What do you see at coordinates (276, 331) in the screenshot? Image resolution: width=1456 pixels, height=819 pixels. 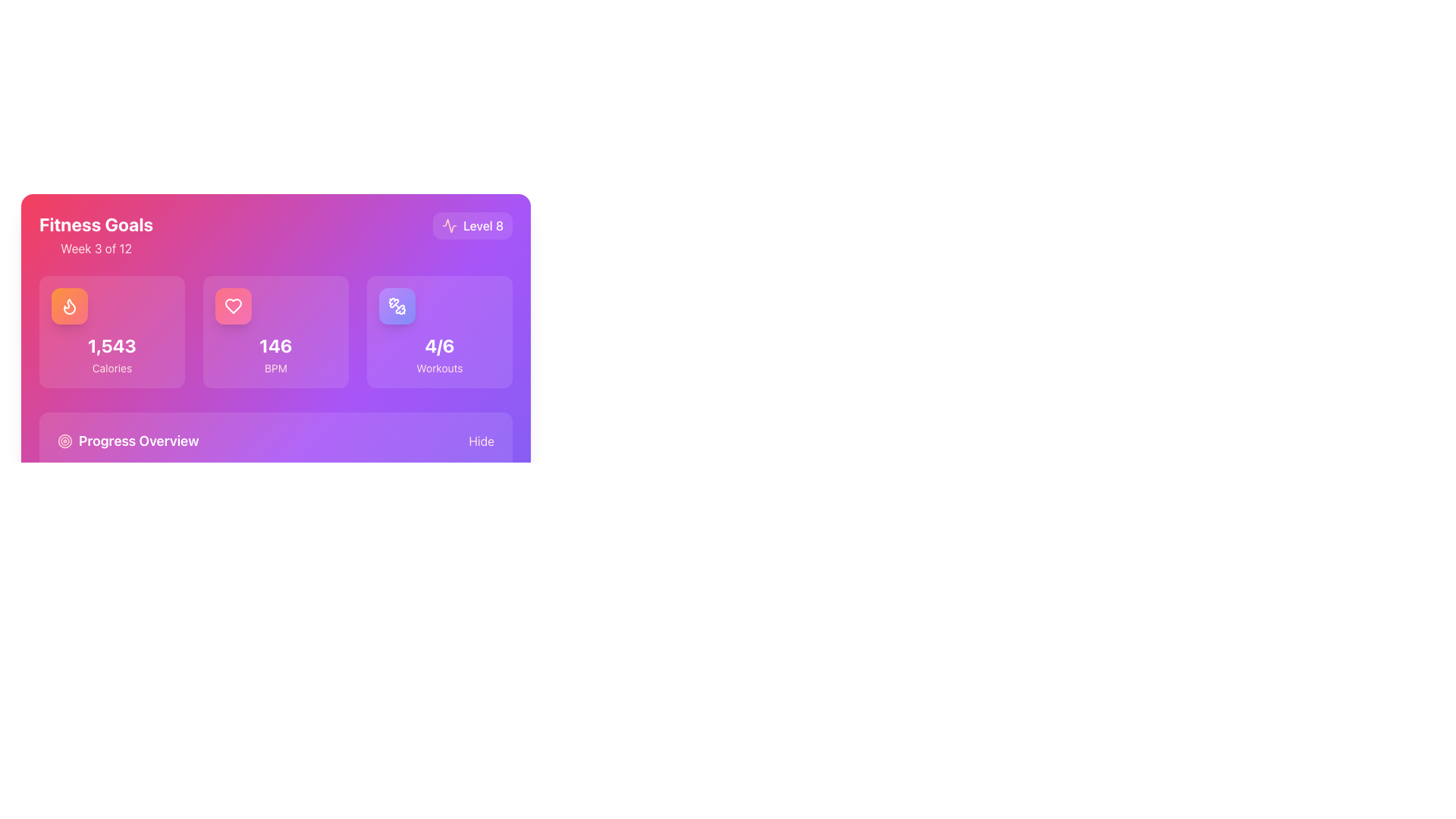 I see `the middle informational card with a pink gradient, heart icon, number '146', and designation 'BPM' within the grid layout of the 'Fitness Goals' section` at bounding box center [276, 331].